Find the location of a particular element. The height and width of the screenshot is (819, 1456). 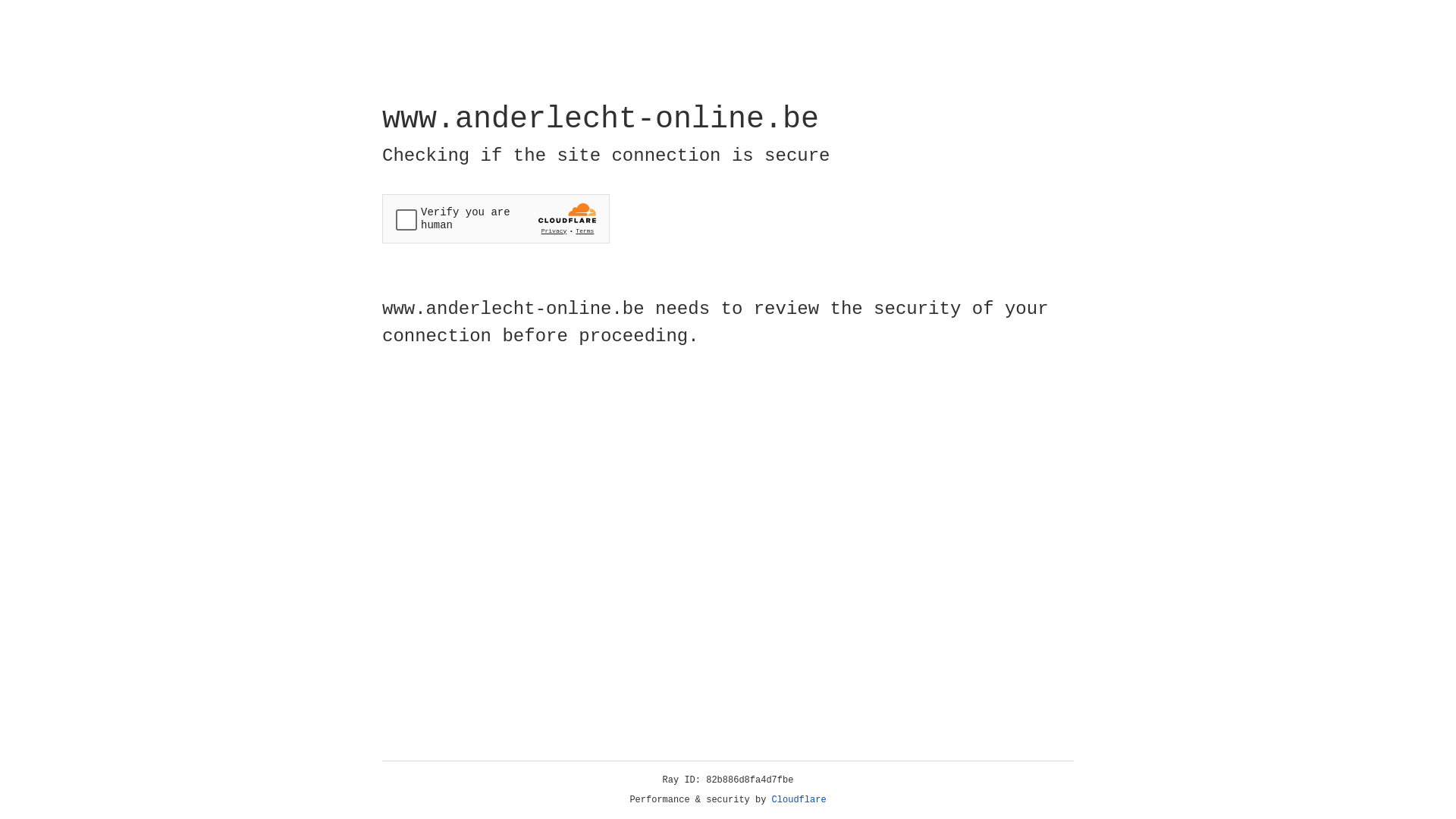

'Widget containing a Cloudflare security challenge' is located at coordinates (495, 218).